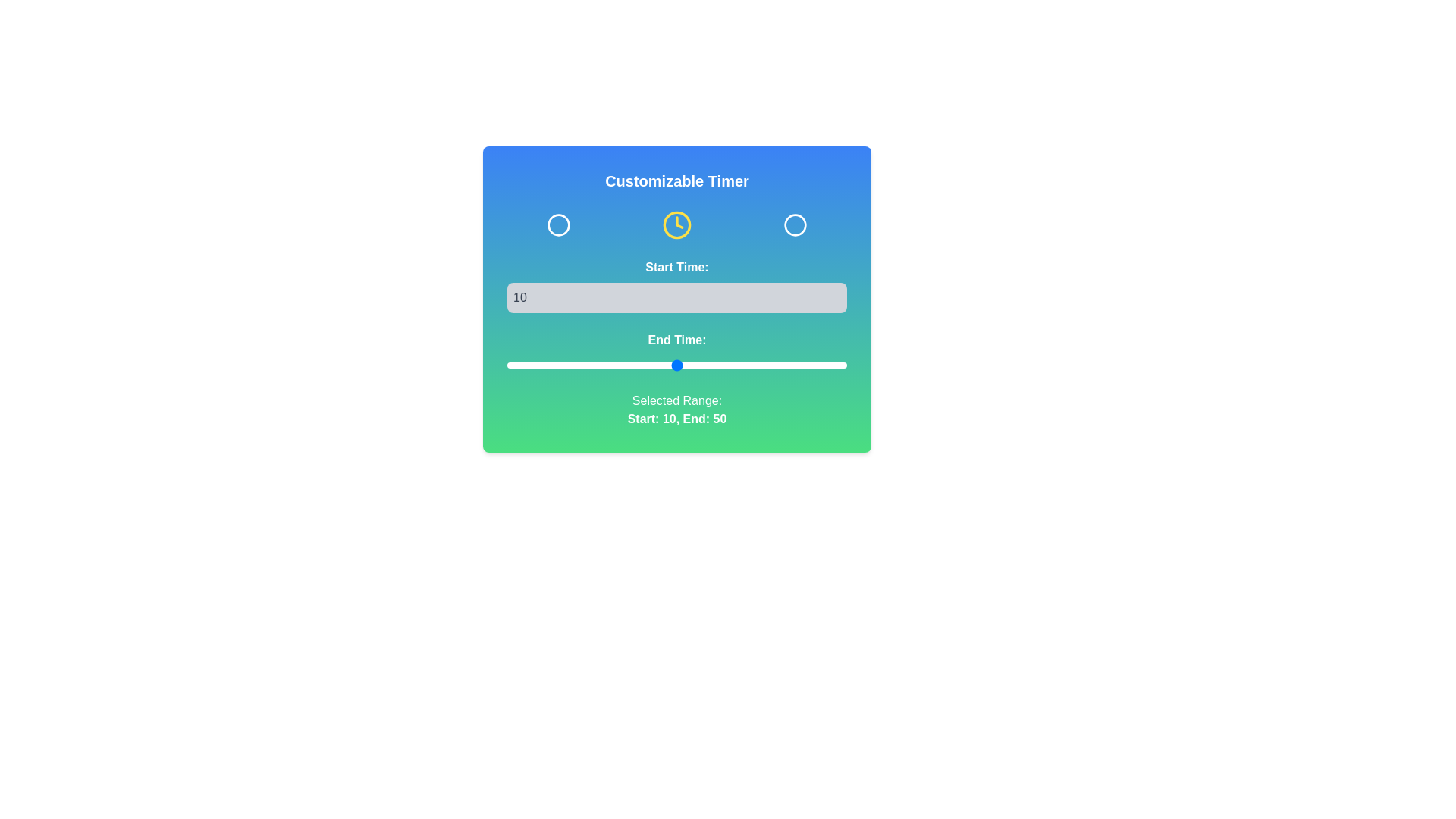 The height and width of the screenshot is (819, 1456). I want to click on the text label displaying 'Start: 10, End: 50' which is located within the 'Selected Range:' section of the 'Customizable Timer' card, so click(676, 419).